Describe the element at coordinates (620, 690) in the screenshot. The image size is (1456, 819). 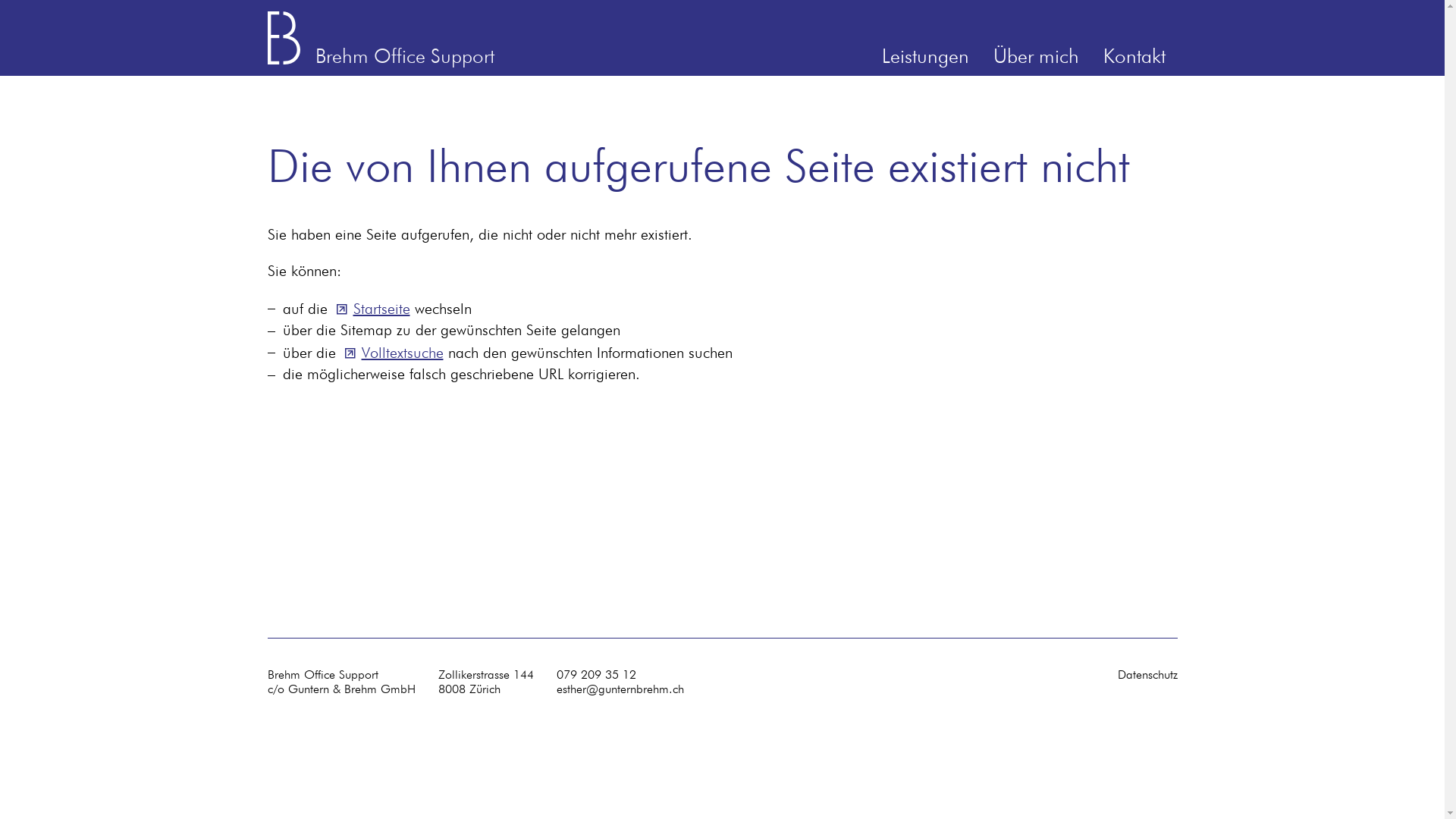
I see `'esther@gunternbrehm.ch'` at that location.